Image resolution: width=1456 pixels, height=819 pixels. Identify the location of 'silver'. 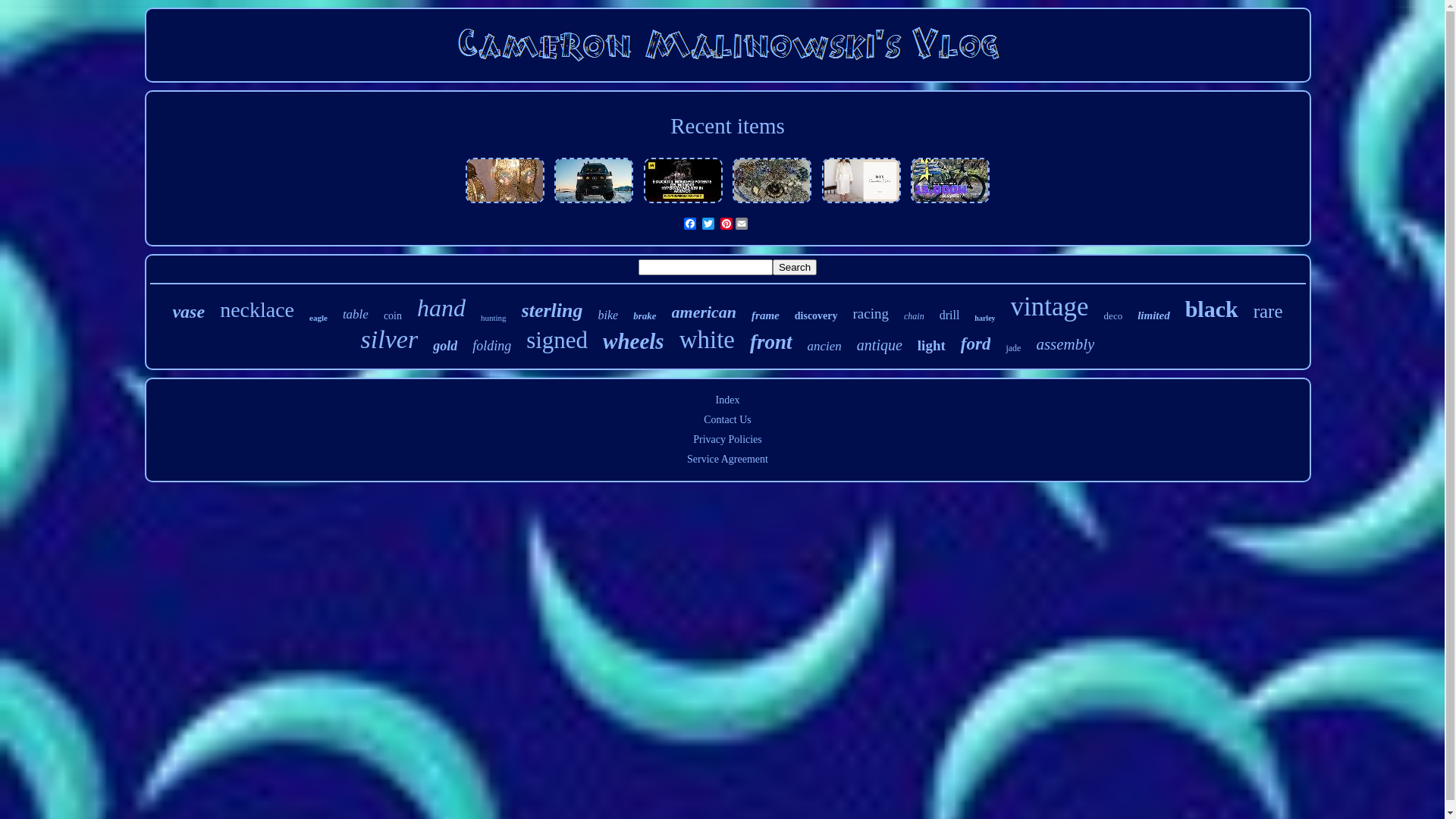
(389, 338).